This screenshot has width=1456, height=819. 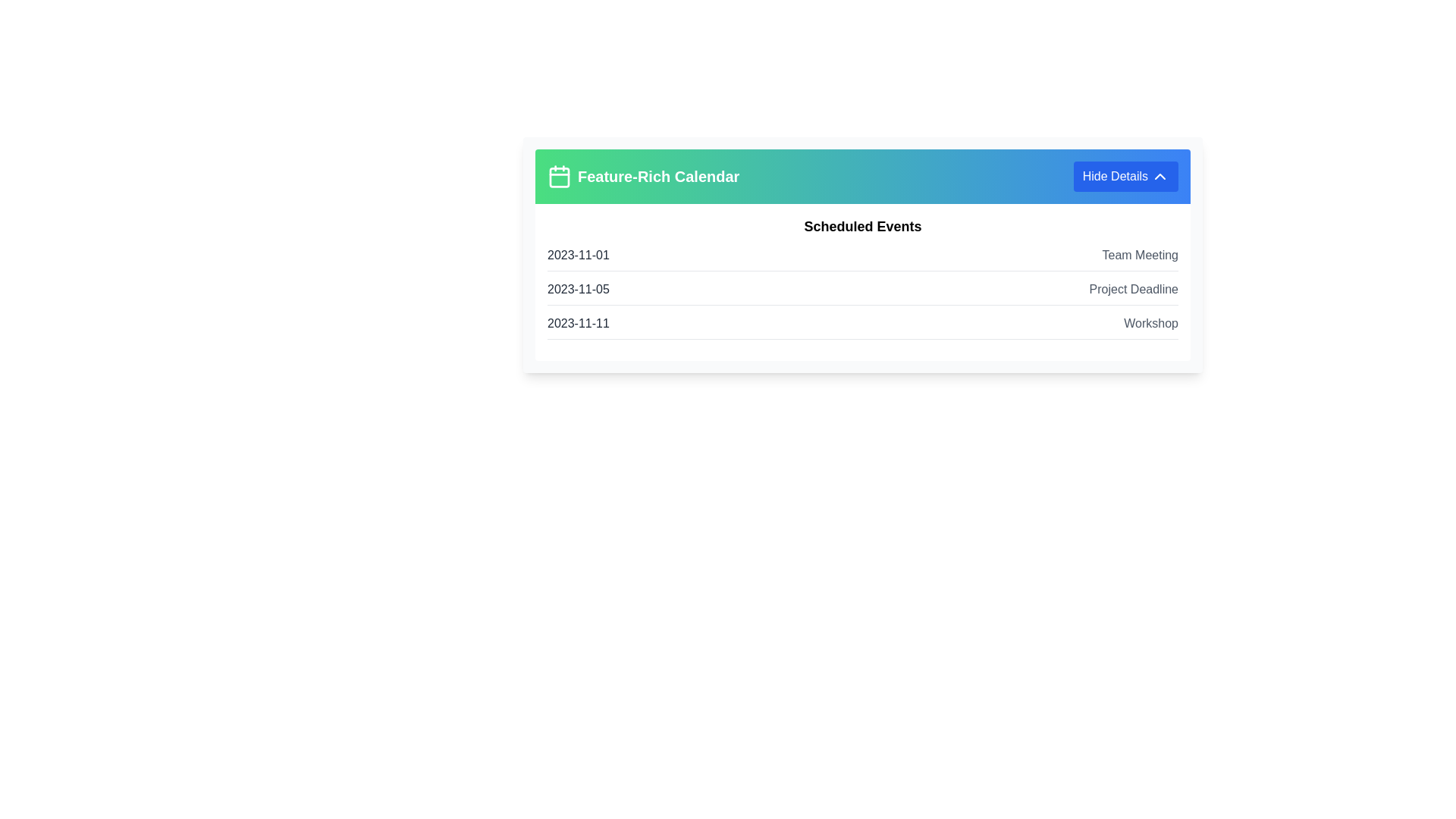 I want to click on the third scheduled event item in the 'Scheduled Events' section, which displays the date and title of the event, so click(x=862, y=326).